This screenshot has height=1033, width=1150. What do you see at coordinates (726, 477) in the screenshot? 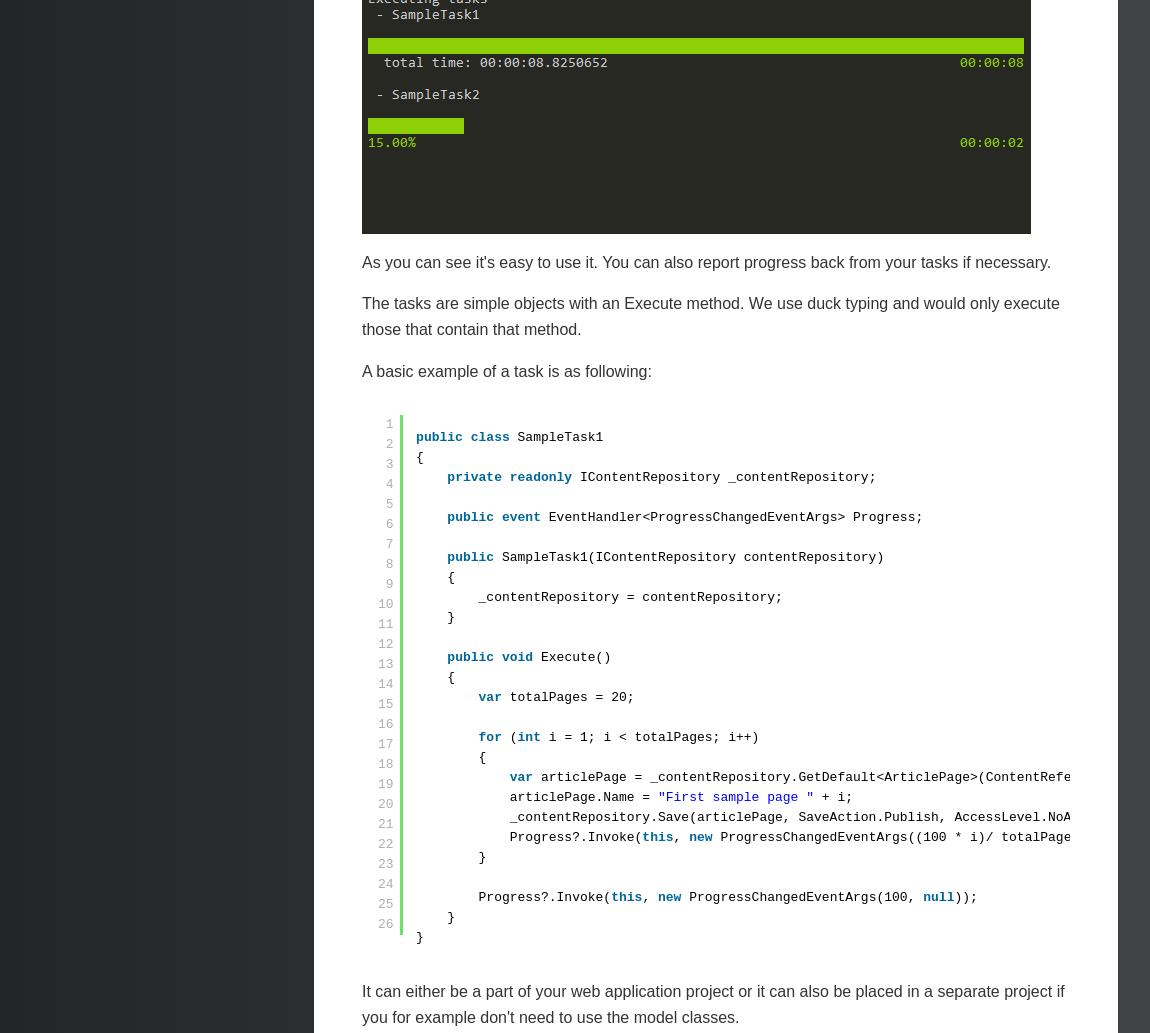
I see `'IContentRepository _contentRepository;'` at bounding box center [726, 477].